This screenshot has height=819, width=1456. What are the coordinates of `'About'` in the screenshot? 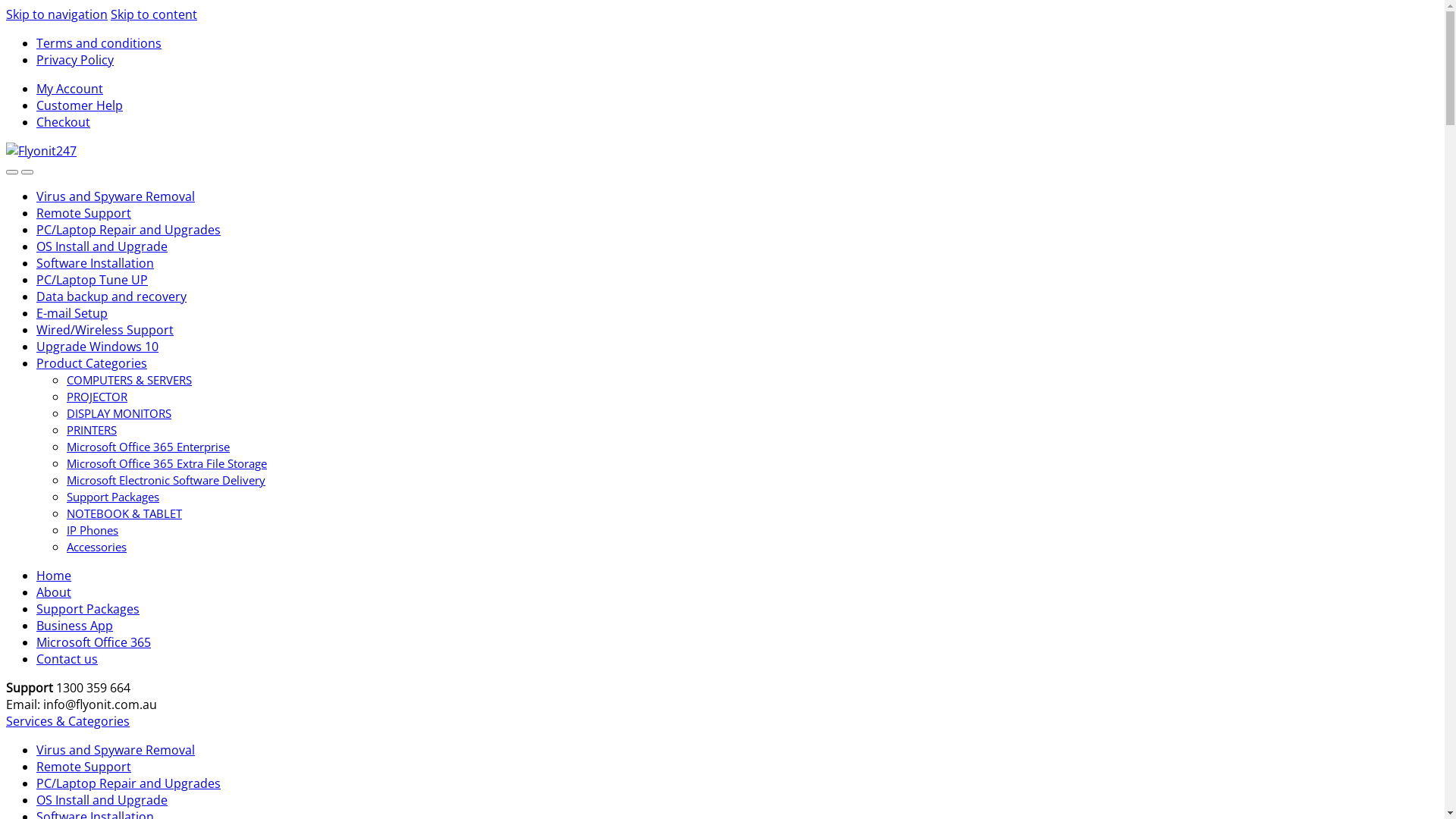 It's located at (54, 591).